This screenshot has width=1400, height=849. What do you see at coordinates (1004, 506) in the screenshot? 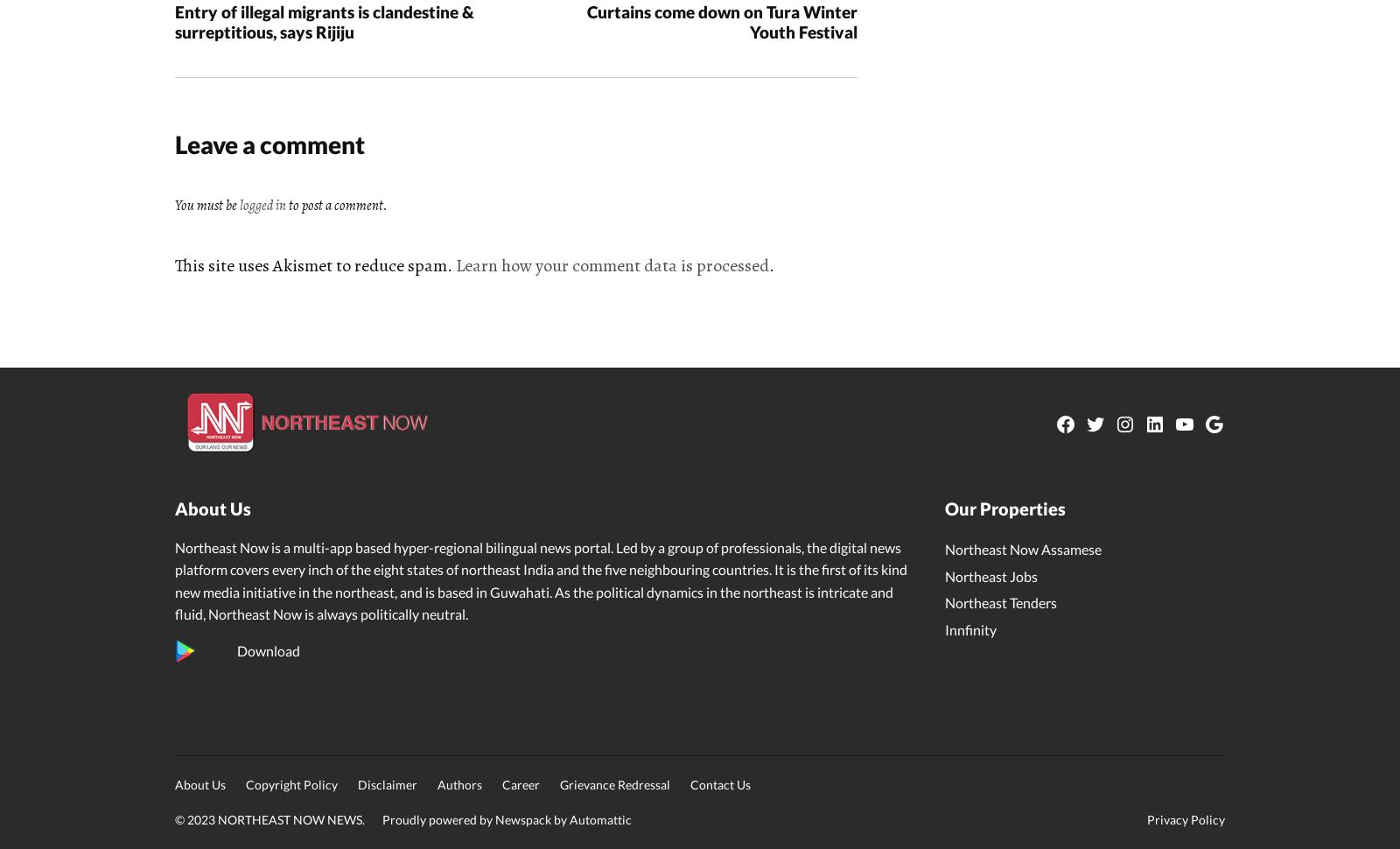
I see `'Our Properties'` at bounding box center [1004, 506].